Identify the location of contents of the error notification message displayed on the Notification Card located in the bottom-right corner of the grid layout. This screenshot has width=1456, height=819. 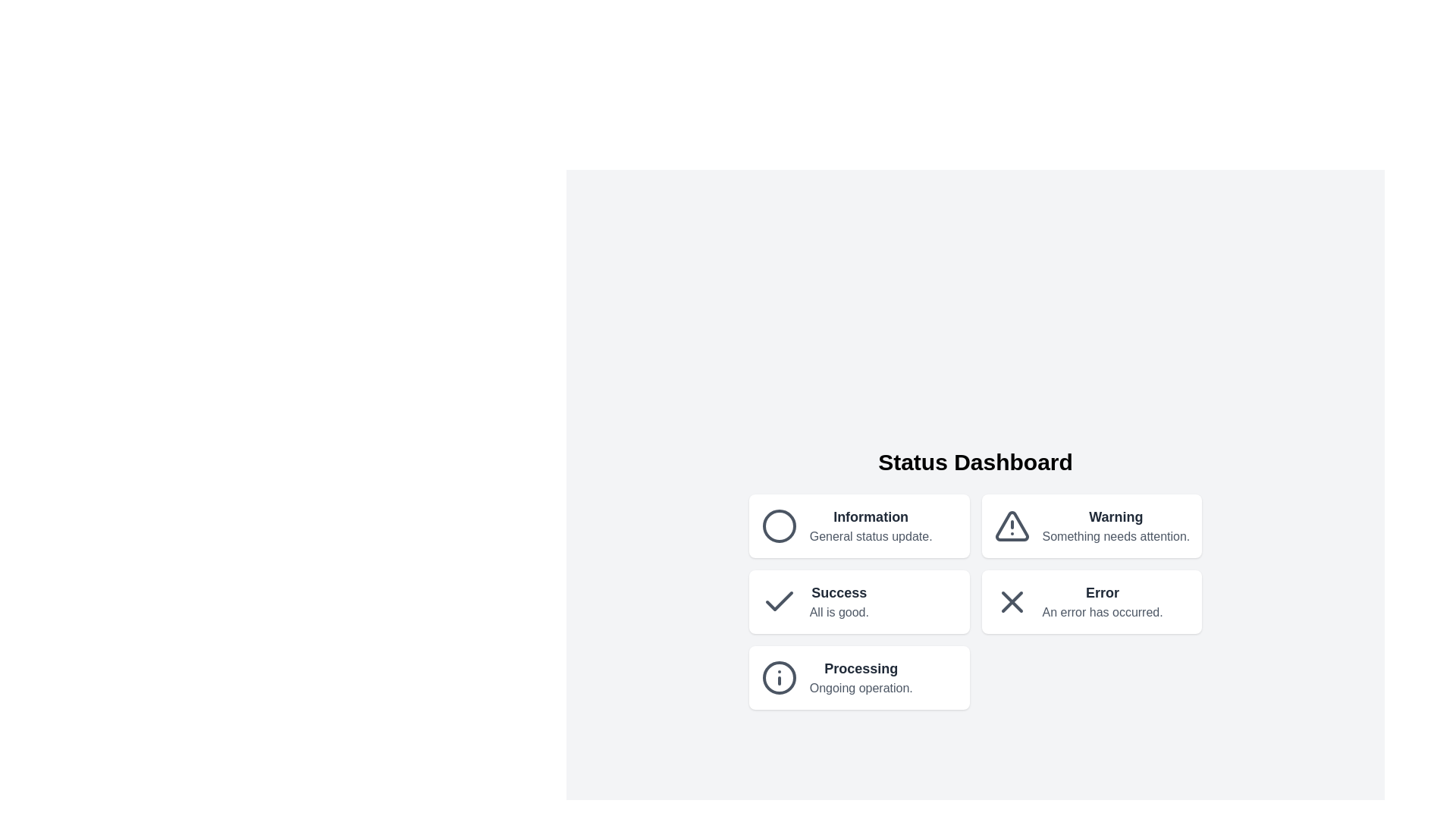
(1092, 601).